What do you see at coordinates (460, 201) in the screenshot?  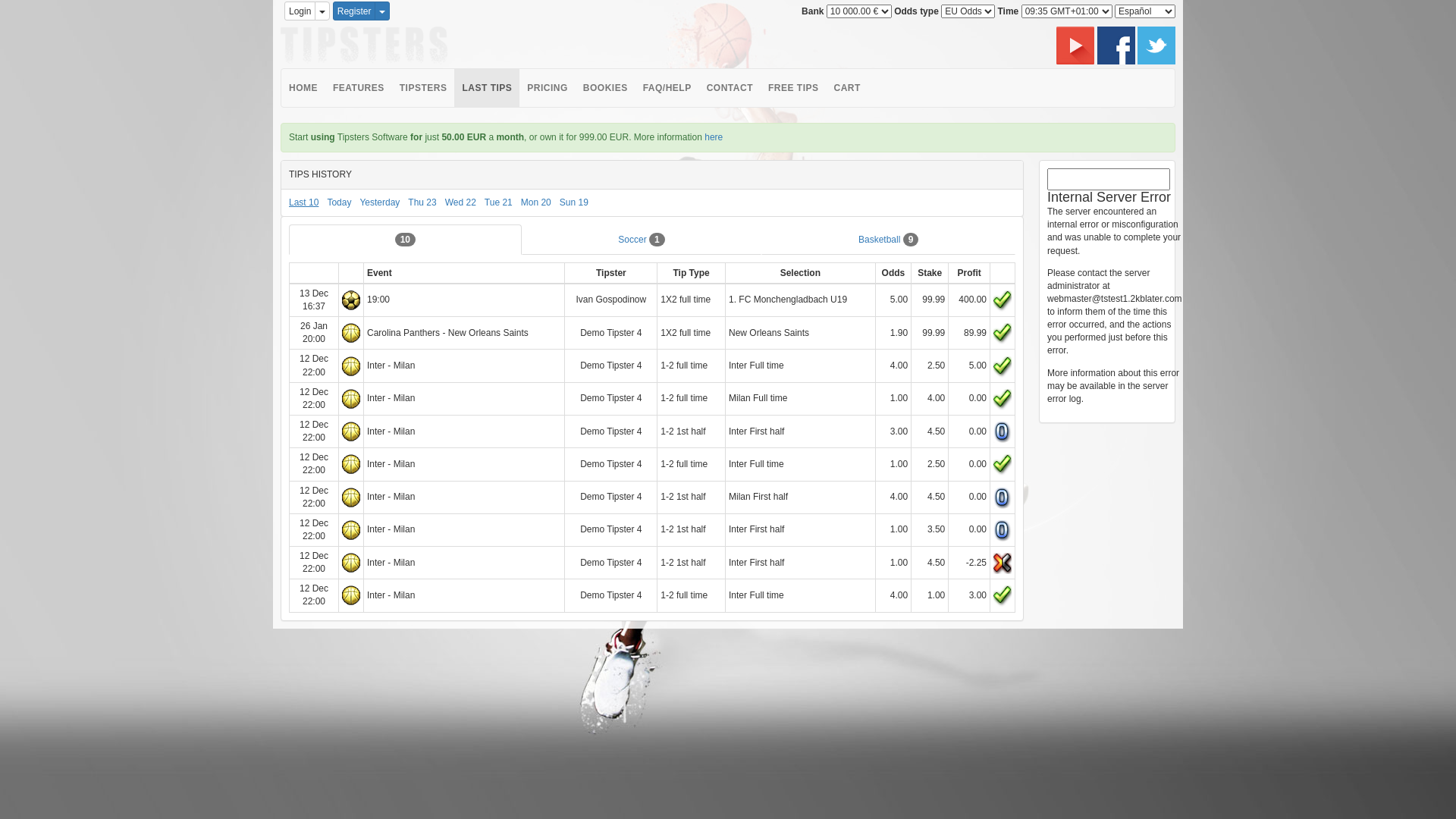 I see `'Wed 22'` at bounding box center [460, 201].